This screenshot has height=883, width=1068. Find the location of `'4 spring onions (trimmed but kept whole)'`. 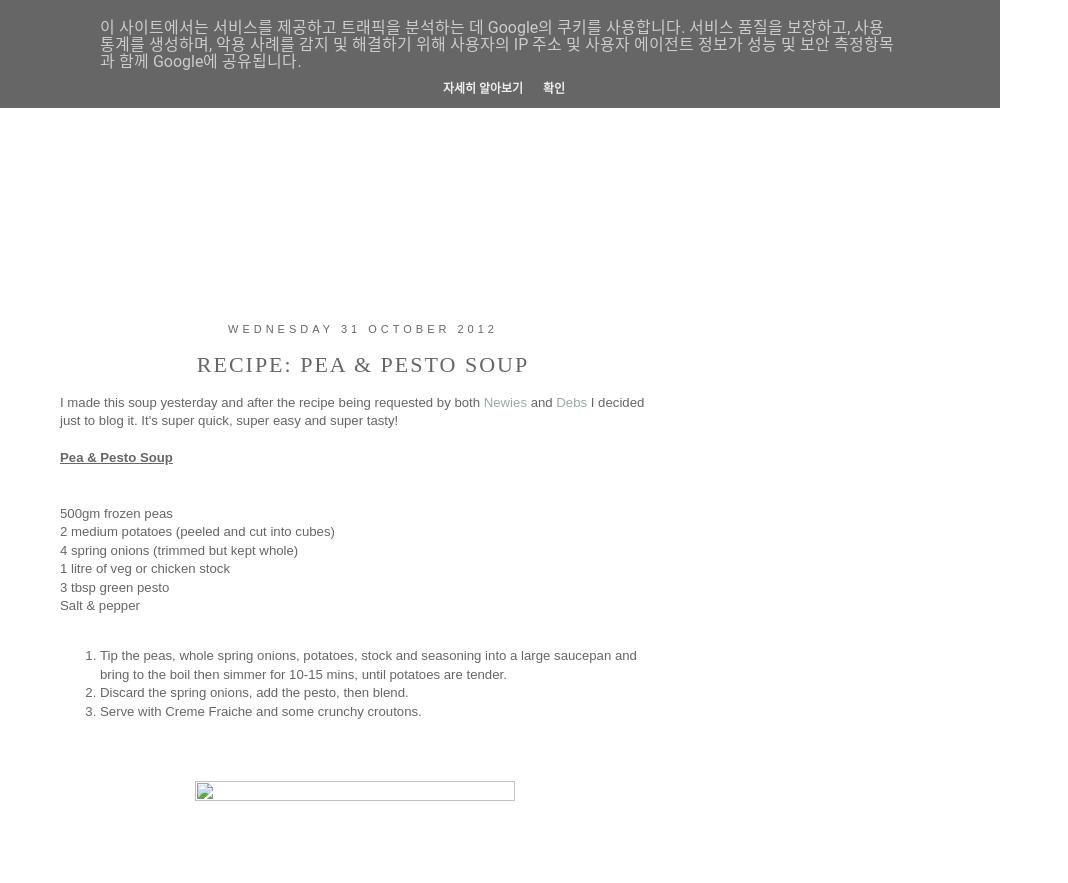

'4 spring onions (trimmed but kept whole)' is located at coordinates (178, 549).